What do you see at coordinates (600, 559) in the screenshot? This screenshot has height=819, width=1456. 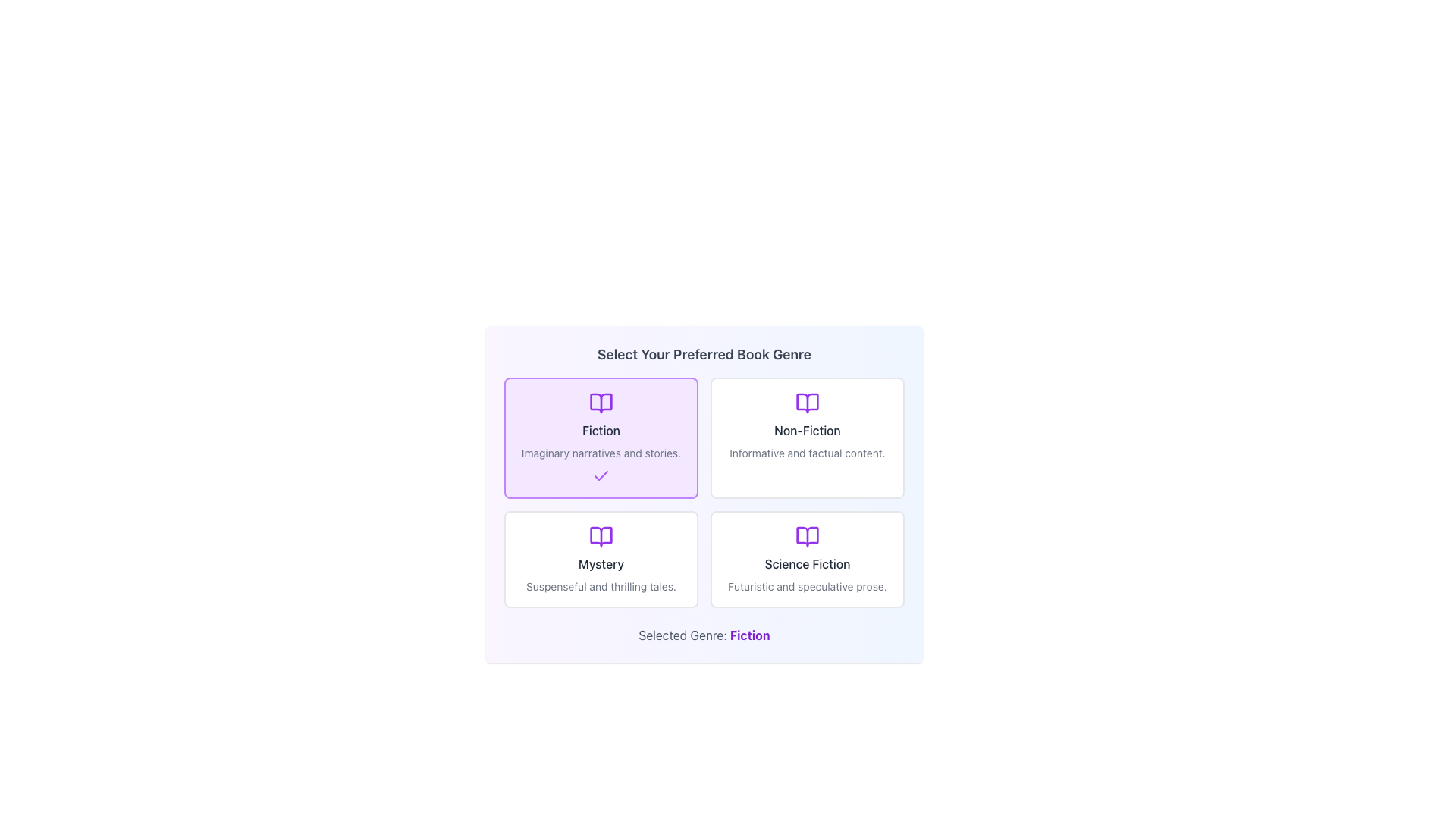 I see `the 'Mystery' interactive card located in the bottom-left of the grid layout, below the 'Fiction' card and to the left of the 'Science Fiction' card` at bounding box center [600, 559].